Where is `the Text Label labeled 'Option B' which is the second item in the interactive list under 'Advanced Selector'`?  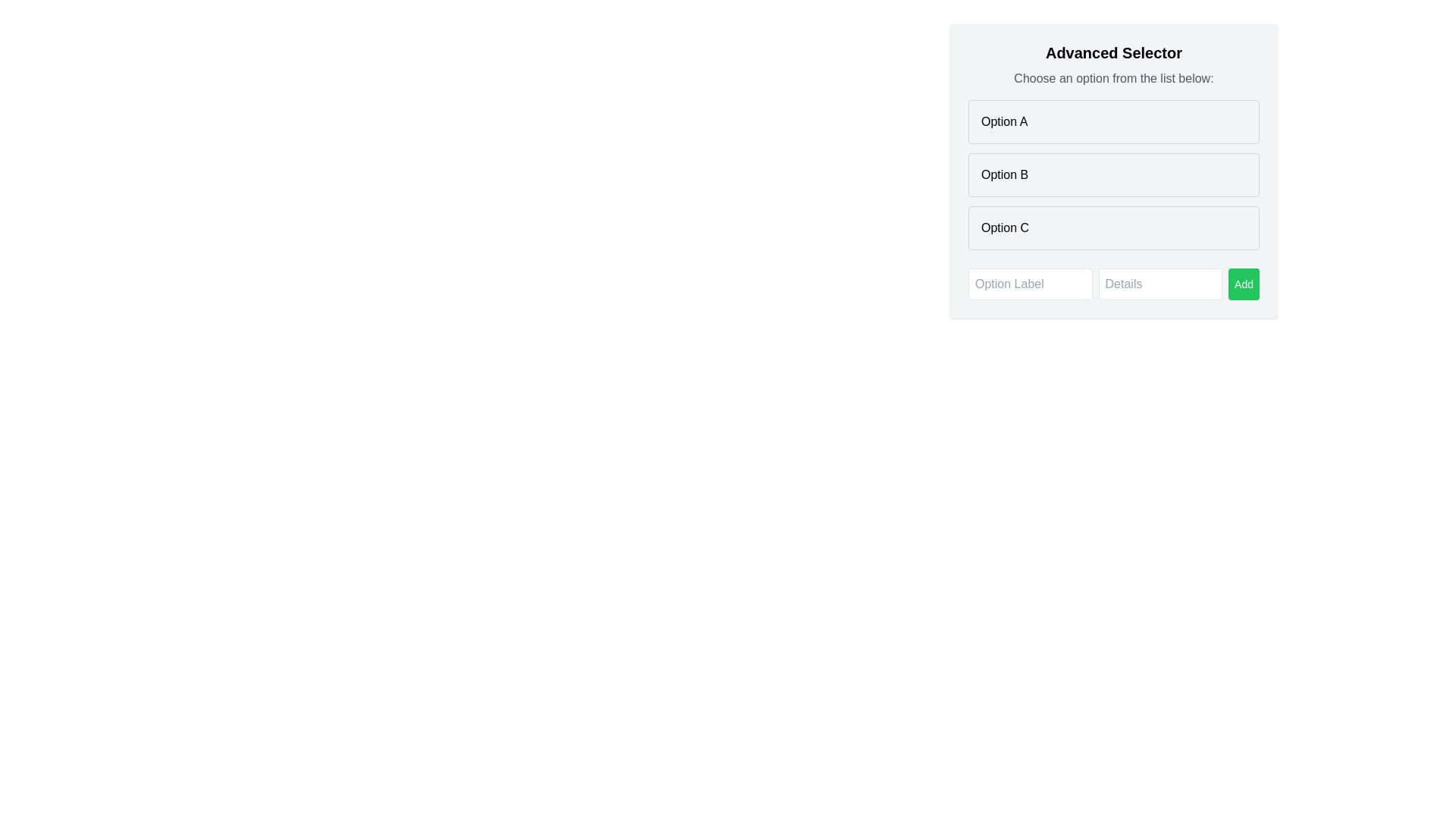 the Text Label labeled 'Option B' which is the second item in the interactive list under 'Advanced Selector' is located at coordinates (1005, 174).